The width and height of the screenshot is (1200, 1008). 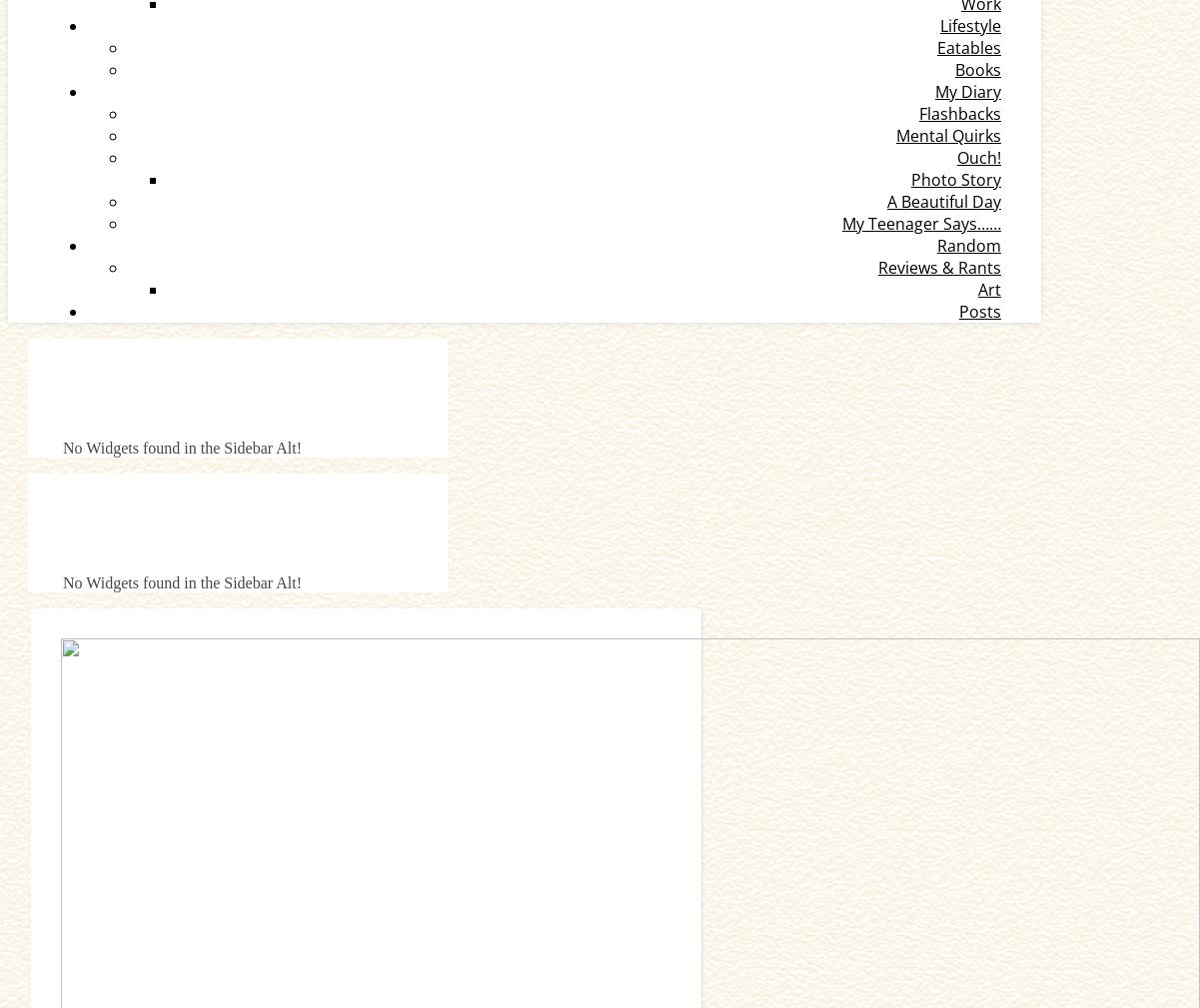 I want to click on 'Posts', so click(x=979, y=310).